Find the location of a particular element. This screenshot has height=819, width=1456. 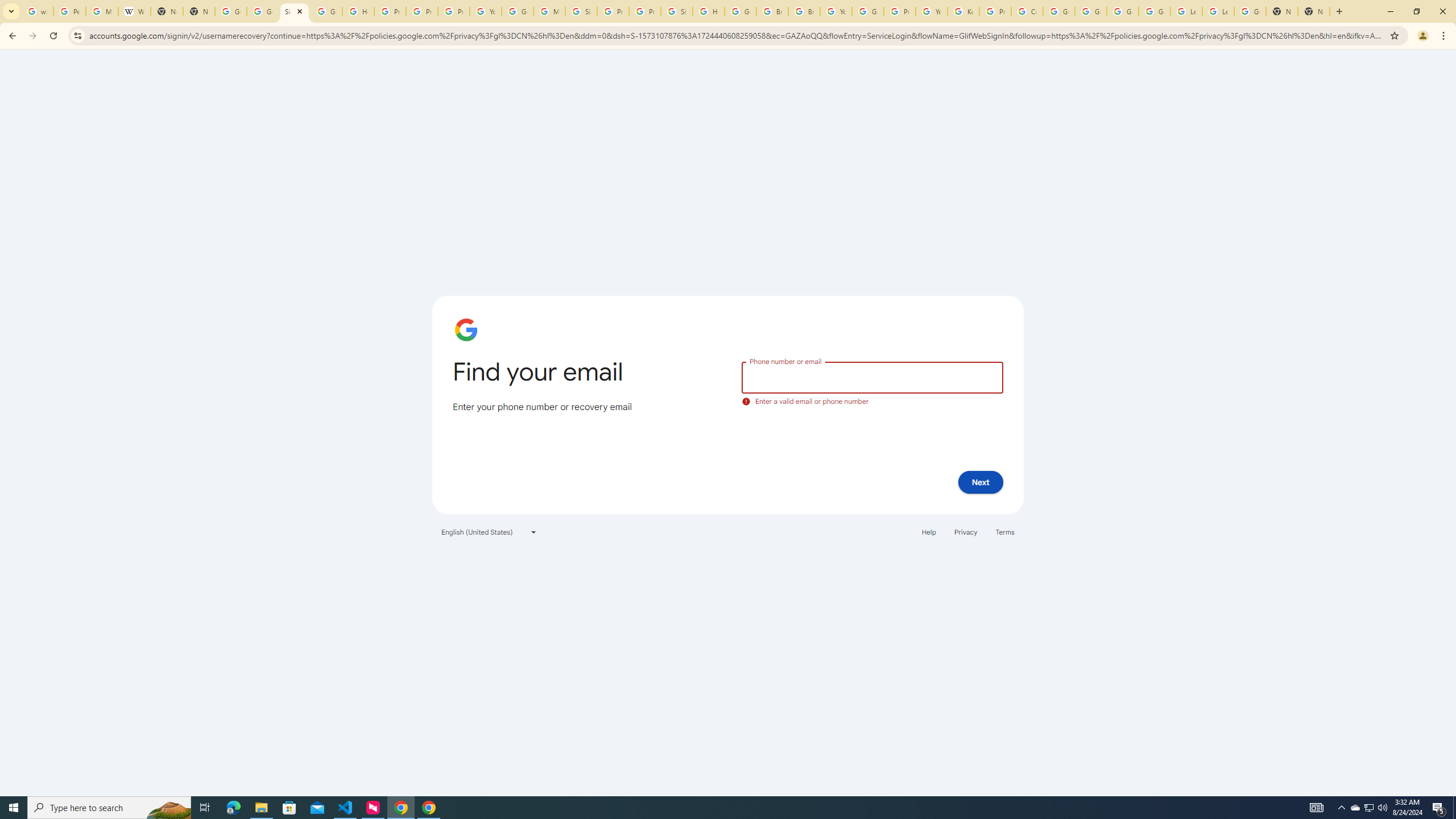

'Phone number or email' is located at coordinates (871, 377).